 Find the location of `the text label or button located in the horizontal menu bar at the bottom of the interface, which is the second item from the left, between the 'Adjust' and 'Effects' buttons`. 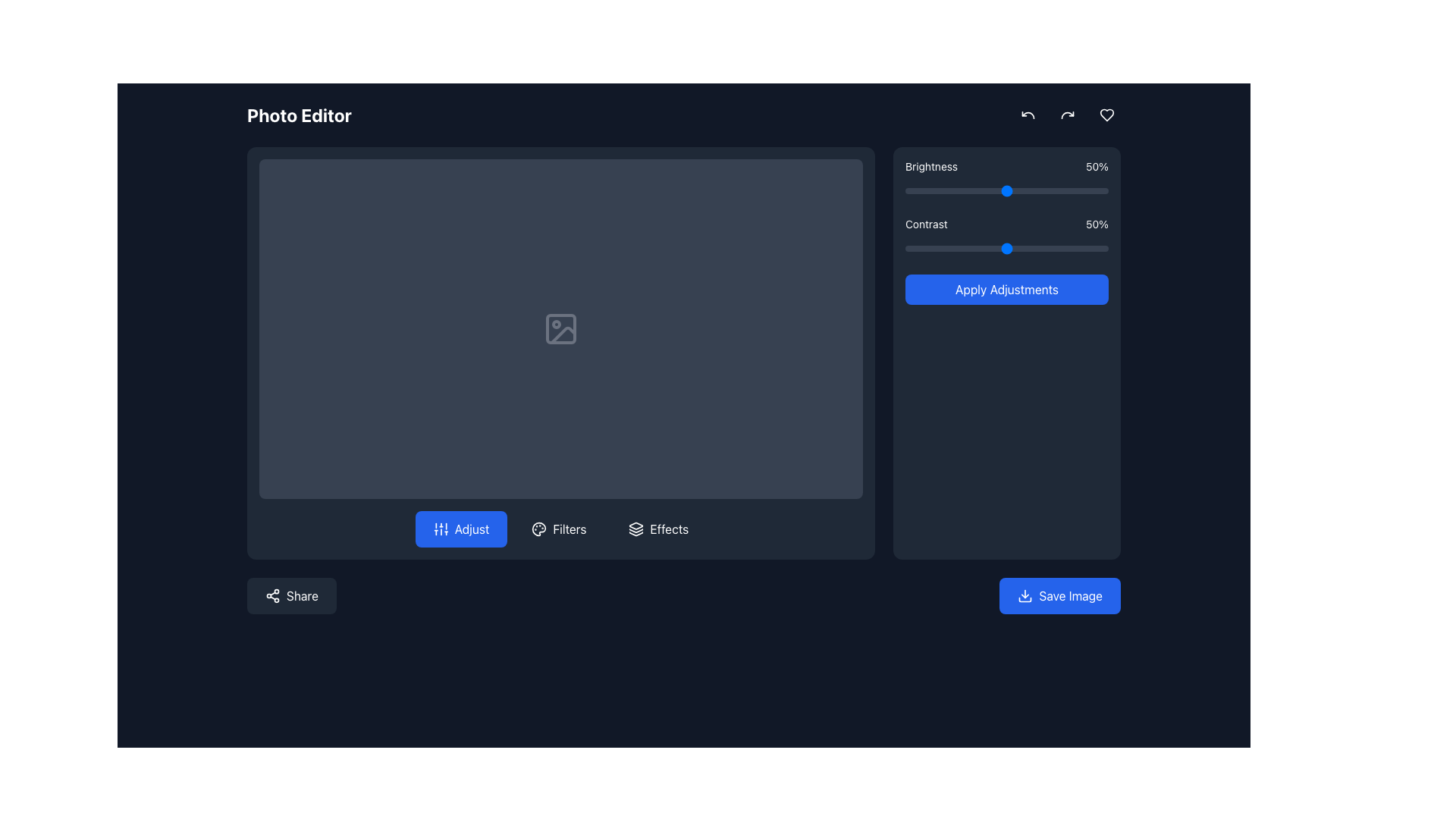

the text label or button located in the horizontal menu bar at the bottom of the interface, which is the second item from the left, between the 'Adjust' and 'Effects' buttons is located at coordinates (569, 528).